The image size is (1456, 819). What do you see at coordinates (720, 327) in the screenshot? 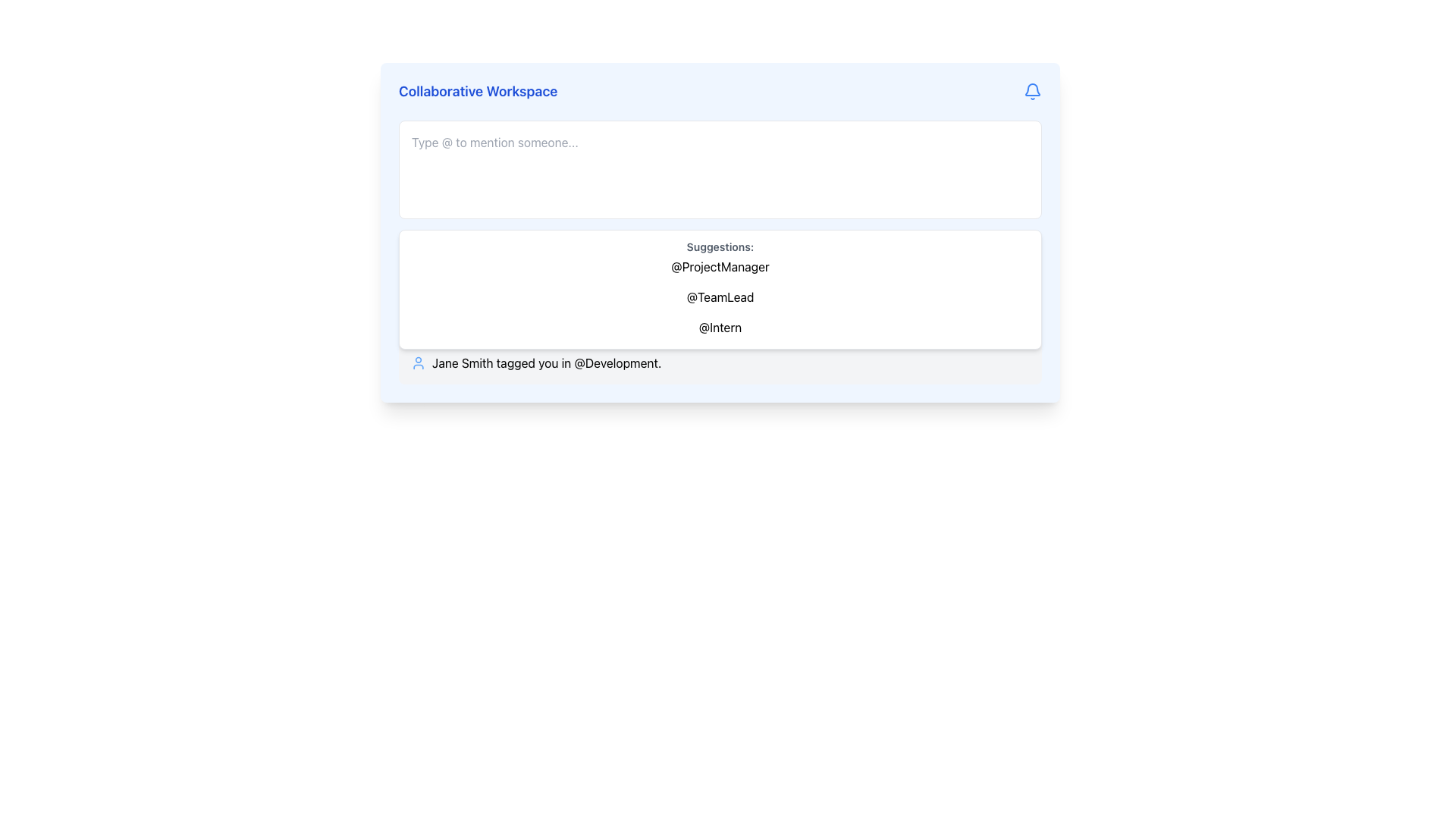
I see `the Text Label for tagging '@Intern', the third item in the suggestions list` at bounding box center [720, 327].